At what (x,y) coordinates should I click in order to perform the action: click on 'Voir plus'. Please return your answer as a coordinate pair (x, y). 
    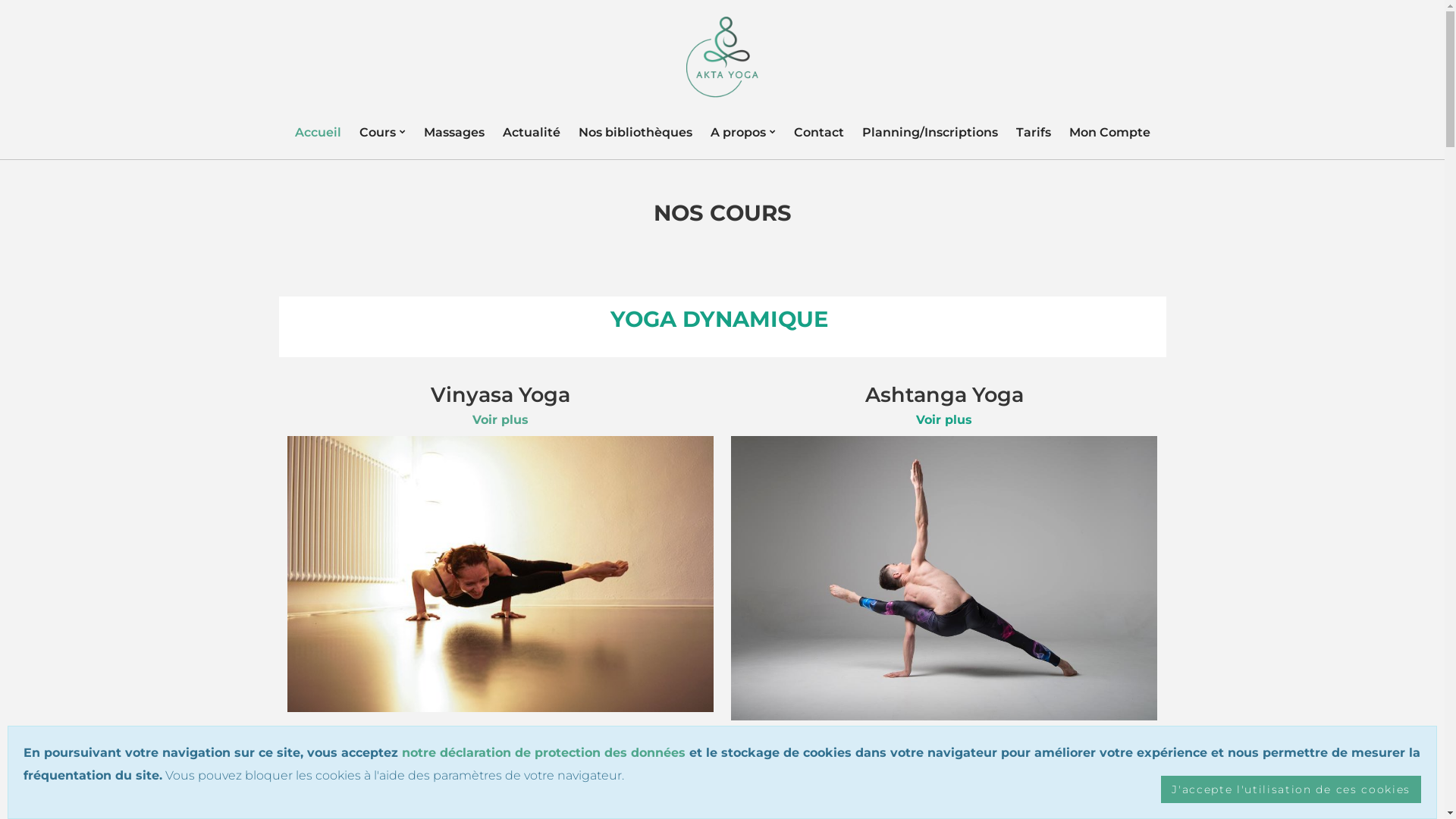
    Looking at the image, I should click on (915, 796).